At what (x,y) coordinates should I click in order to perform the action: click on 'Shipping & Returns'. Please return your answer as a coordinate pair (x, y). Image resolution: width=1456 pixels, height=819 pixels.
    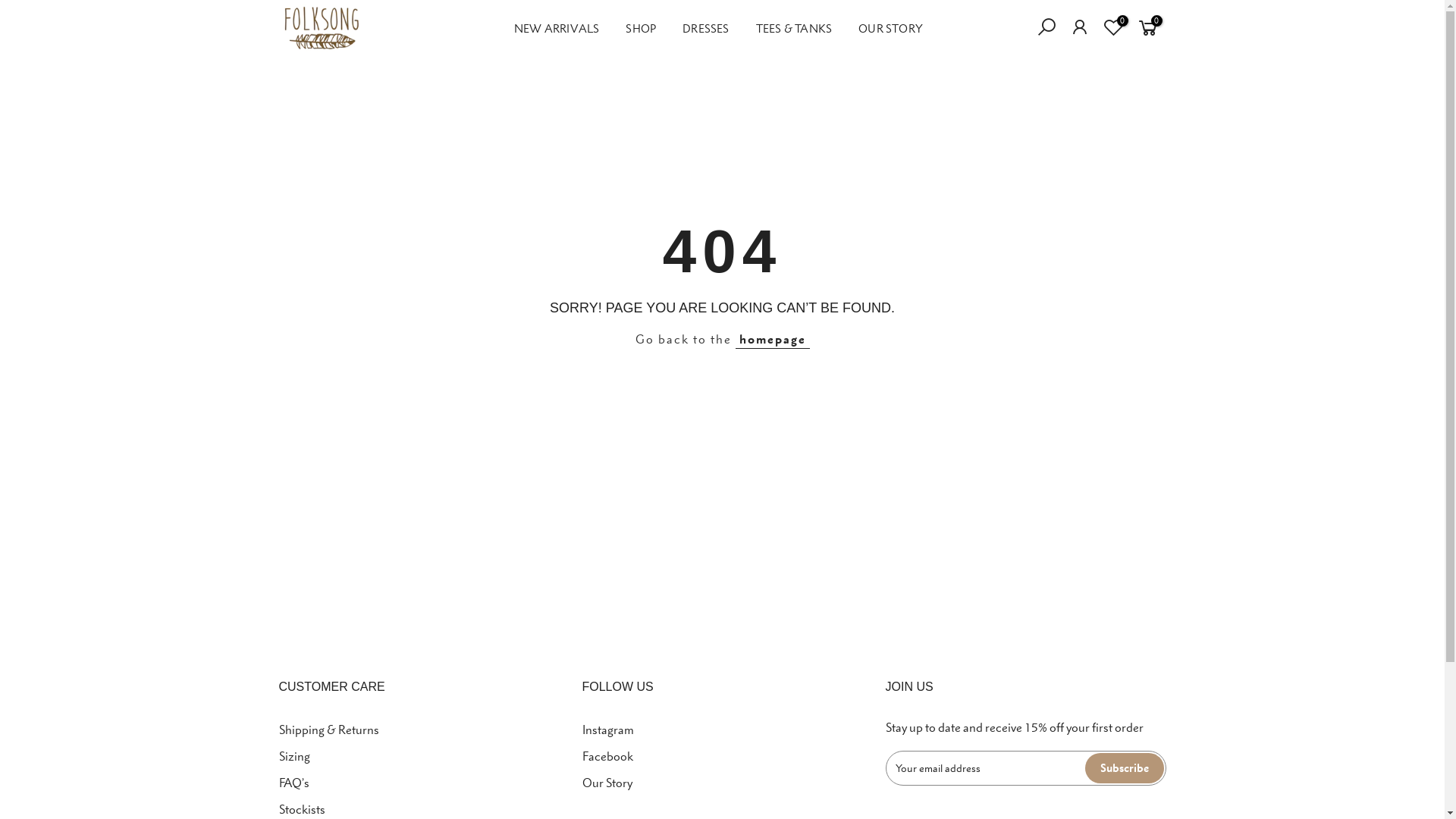
    Looking at the image, I should click on (279, 728).